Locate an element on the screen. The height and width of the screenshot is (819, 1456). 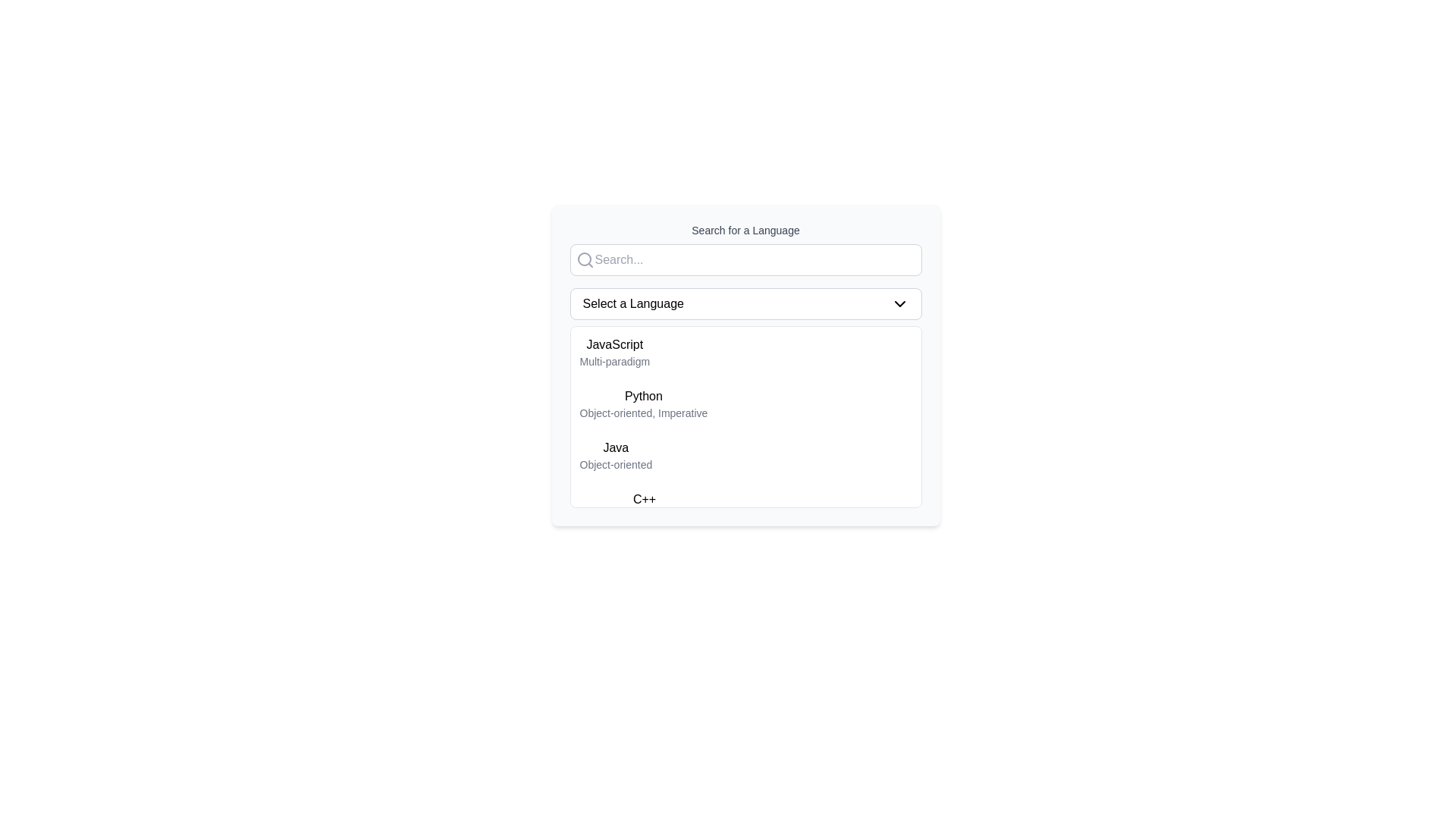
text element displaying 'Multi-paradigm' which is a secondary descriptor under the 'JavaScript' heading in the dropdown list is located at coordinates (614, 362).